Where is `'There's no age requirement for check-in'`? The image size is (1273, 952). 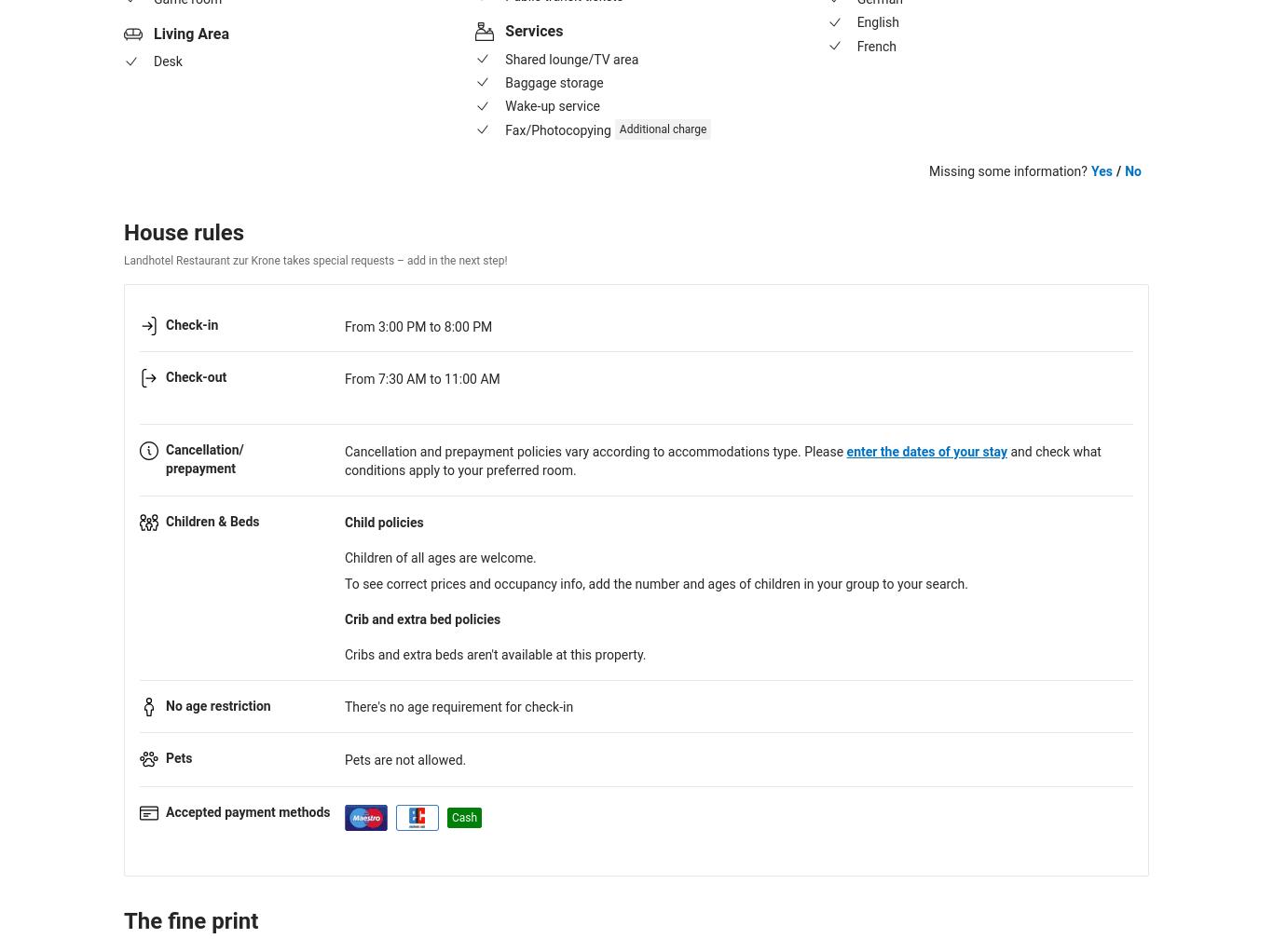 'There's no age requirement for check-in' is located at coordinates (459, 706).